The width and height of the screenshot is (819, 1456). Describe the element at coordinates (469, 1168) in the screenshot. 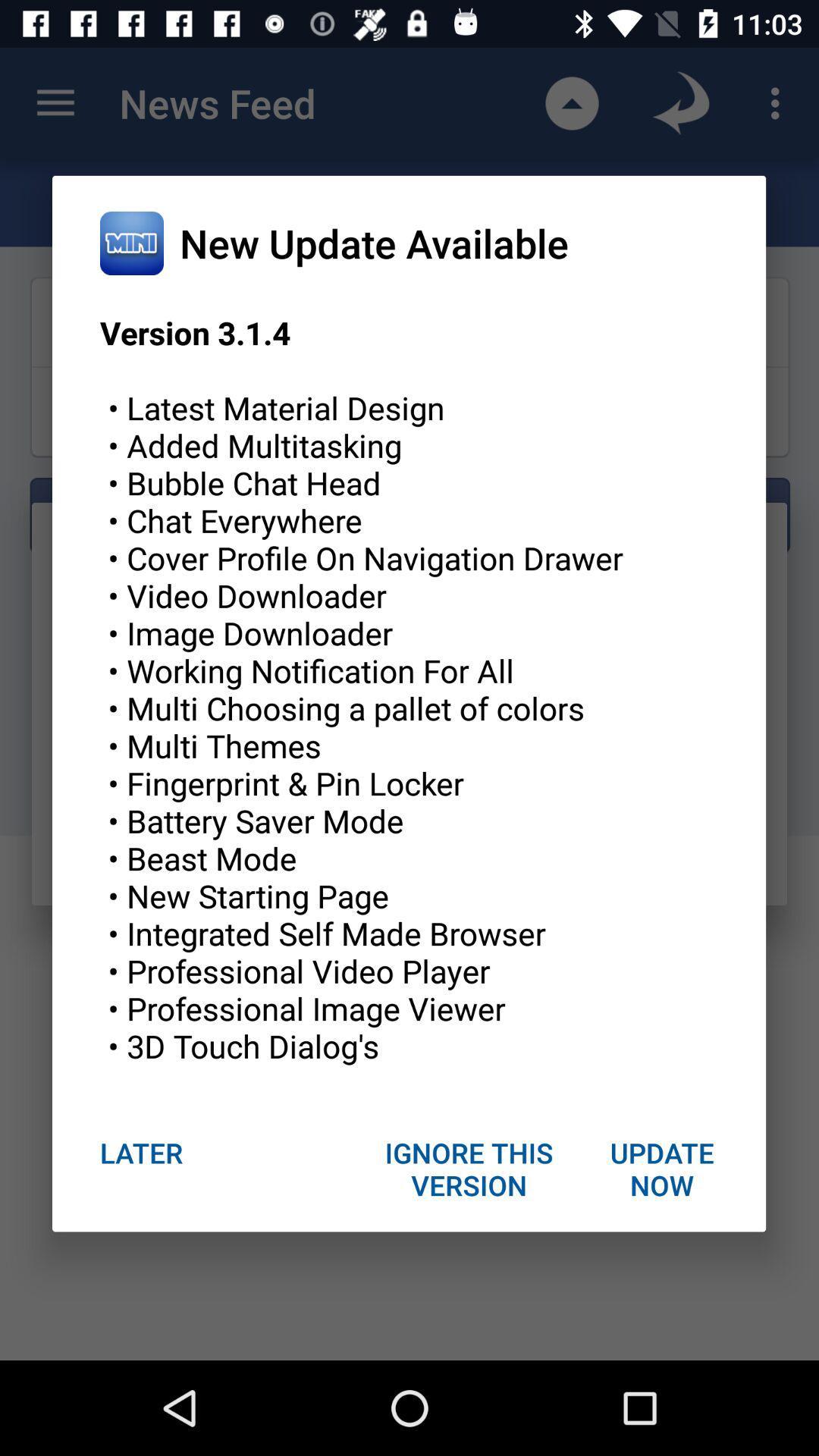

I see `icon next to the update` at that location.